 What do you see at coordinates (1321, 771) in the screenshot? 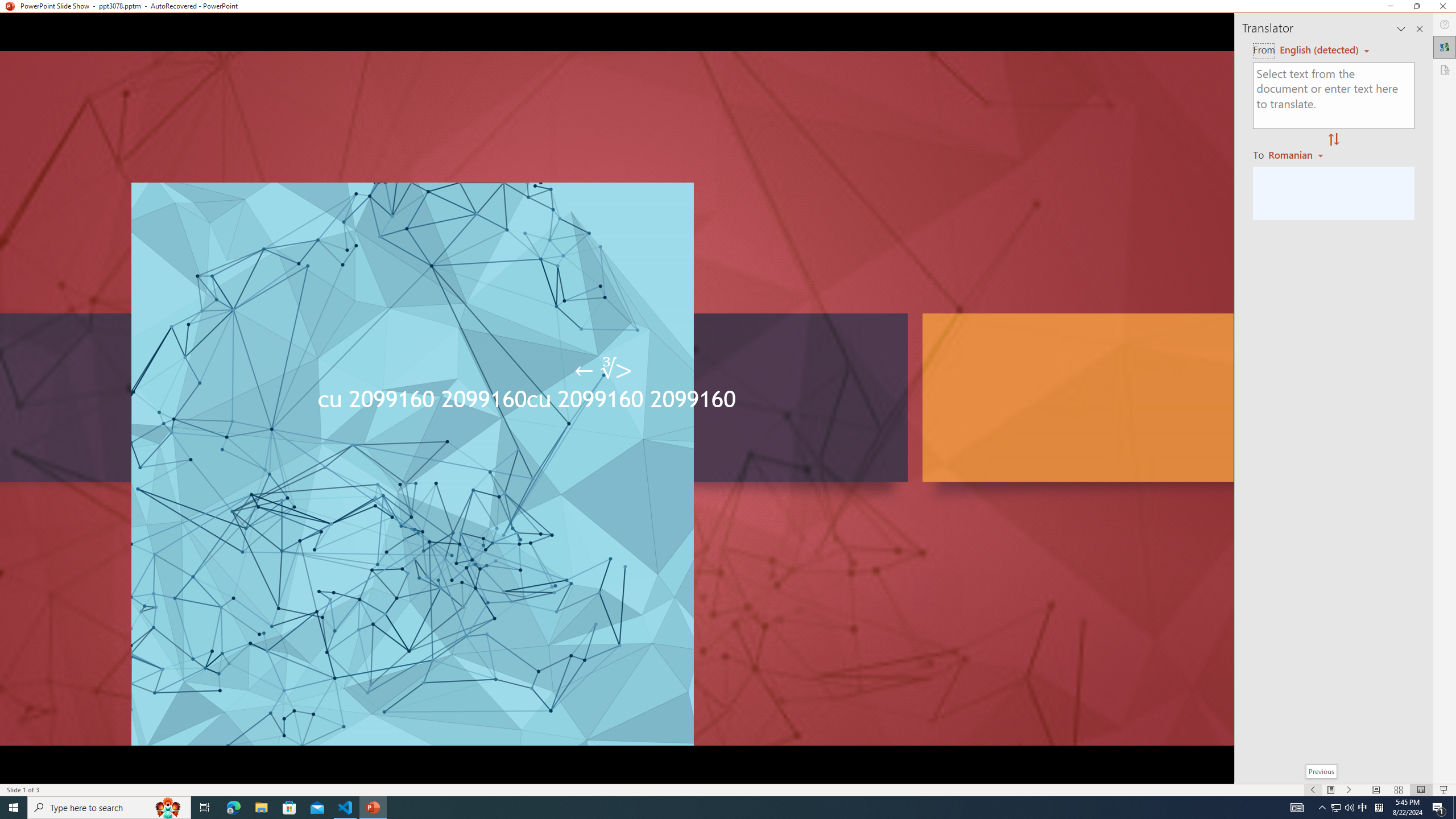
I see `'Previous'` at bounding box center [1321, 771].